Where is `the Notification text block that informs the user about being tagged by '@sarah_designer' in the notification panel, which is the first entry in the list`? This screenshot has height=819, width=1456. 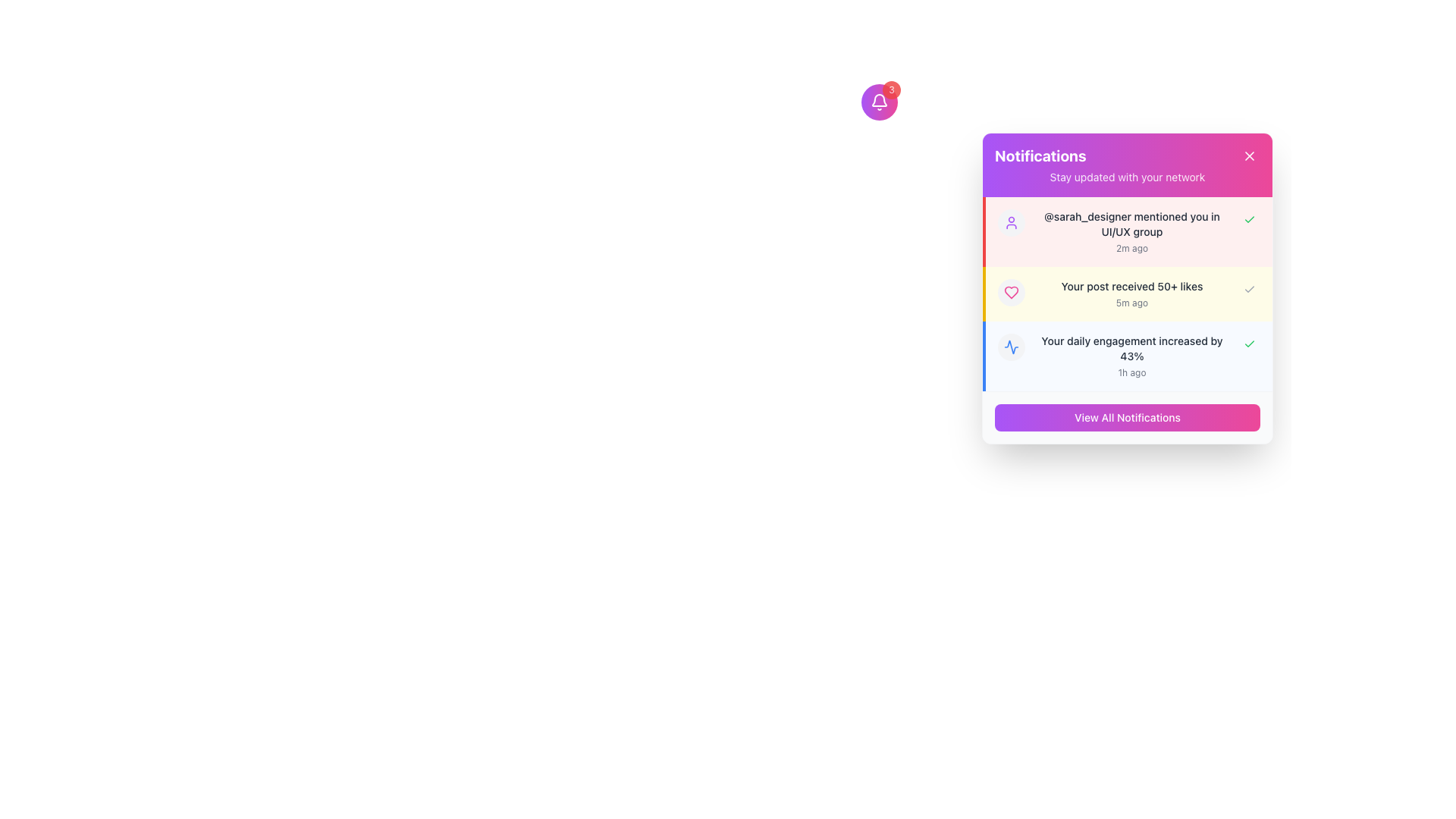 the Notification text block that informs the user about being tagged by '@sarah_designer' in the notification panel, which is the first entry in the list is located at coordinates (1131, 231).